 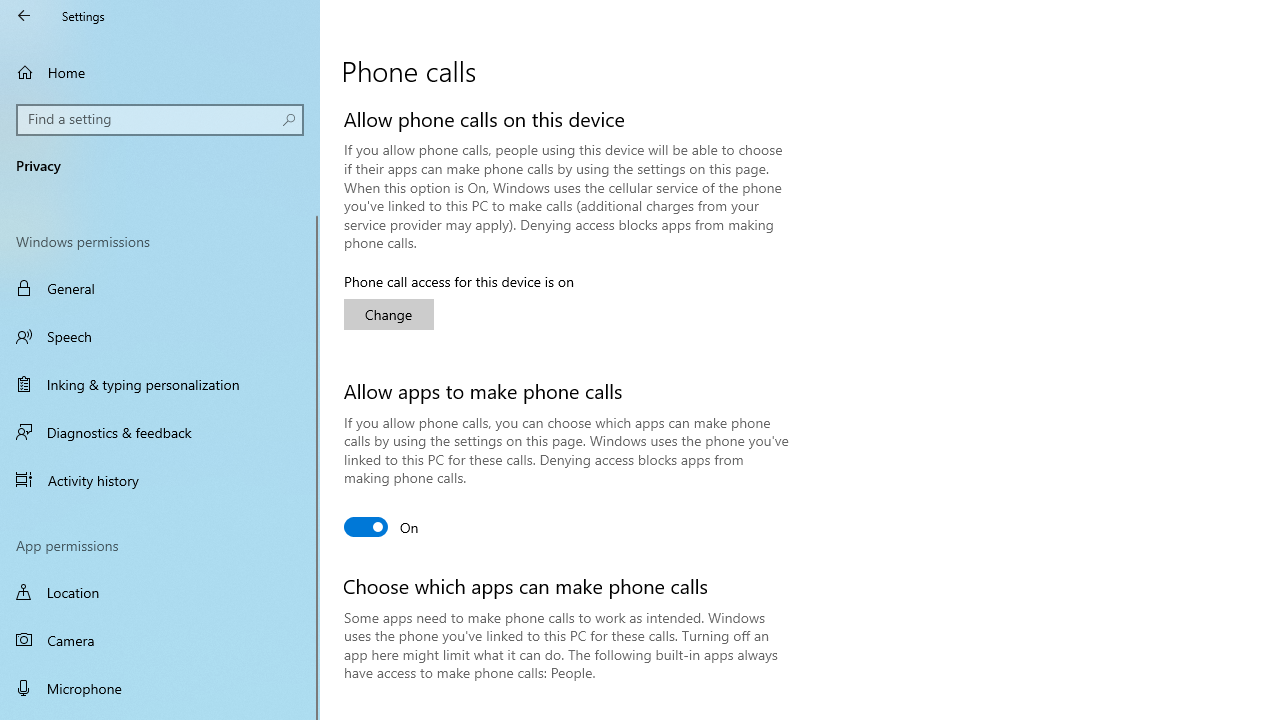 I want to click on 'Back', so click(x=24, y=15).